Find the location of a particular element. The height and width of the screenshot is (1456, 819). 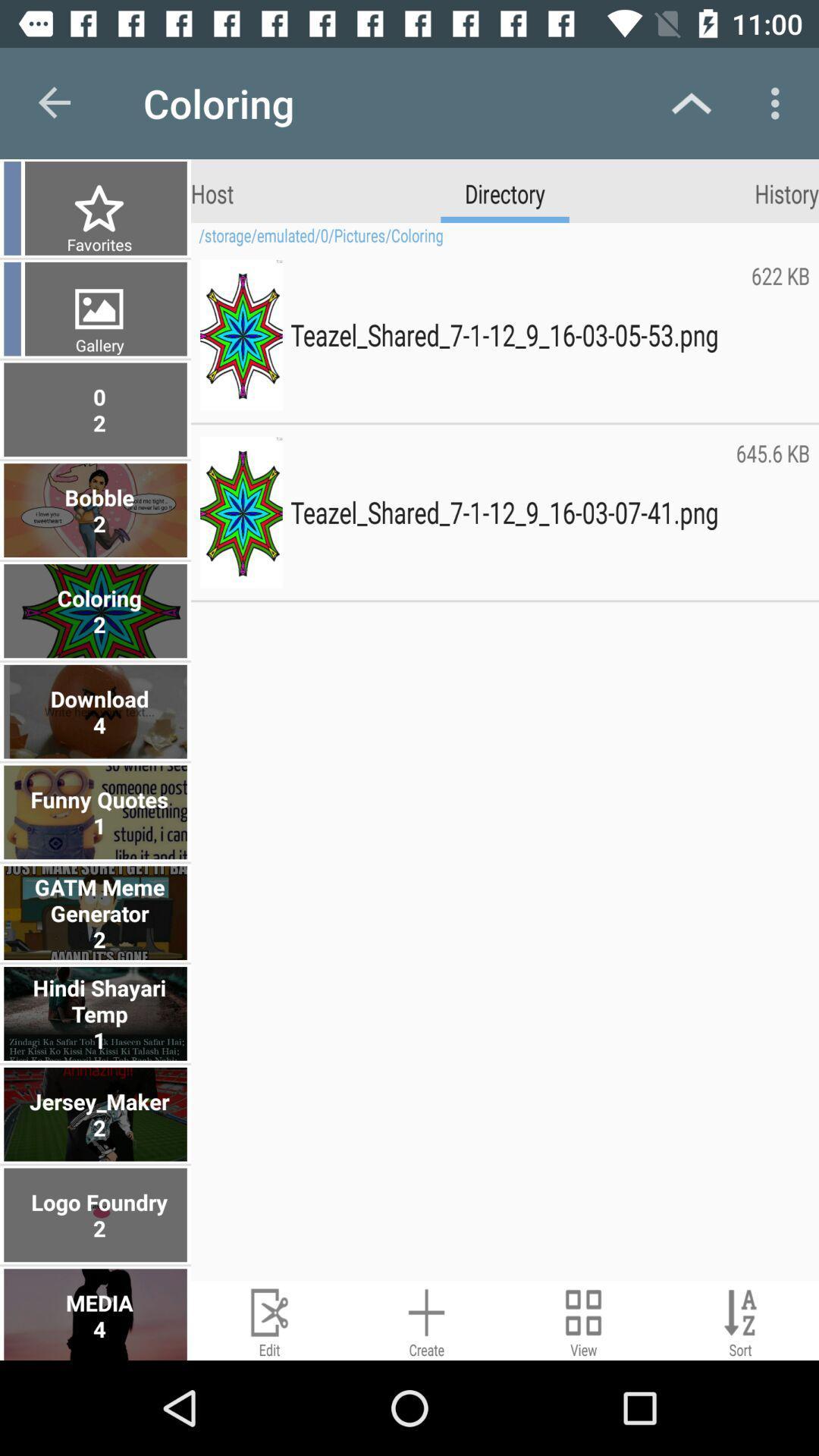

the 0 is located at coordinates (97, 409).